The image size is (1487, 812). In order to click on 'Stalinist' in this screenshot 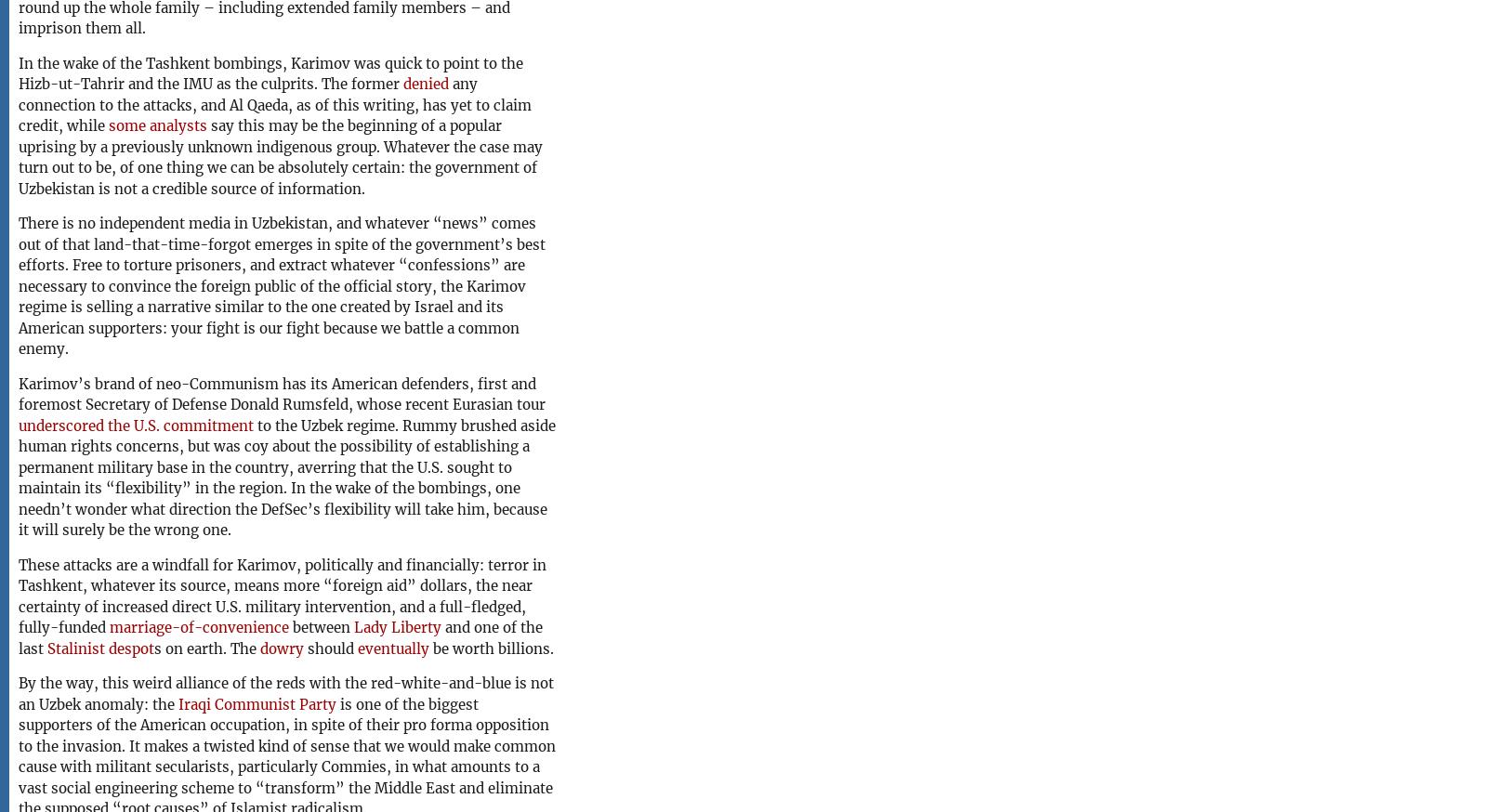, I will do `click(74, 648)`.